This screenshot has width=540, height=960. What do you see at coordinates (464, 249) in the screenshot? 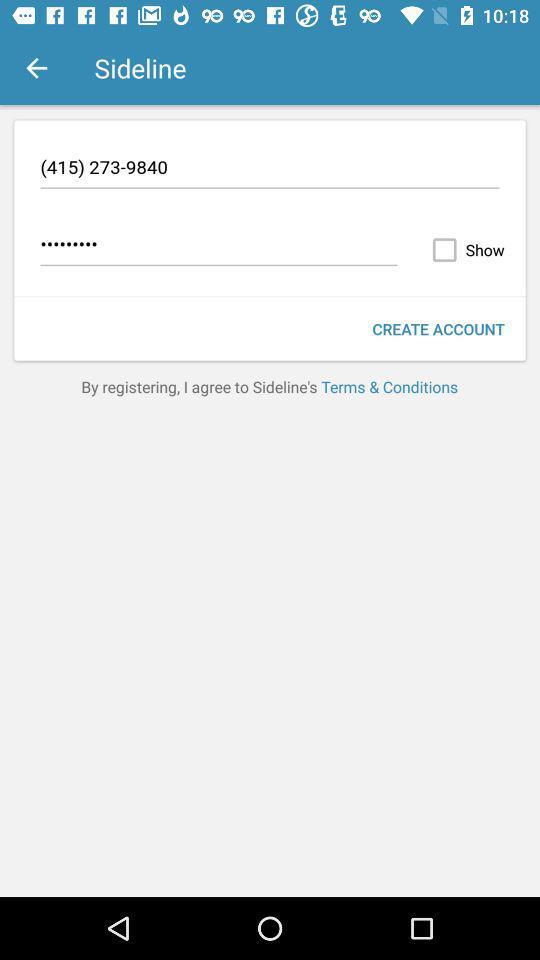
I see `the item to the right of crowd3116 icon` at bounding box center [464, 249].